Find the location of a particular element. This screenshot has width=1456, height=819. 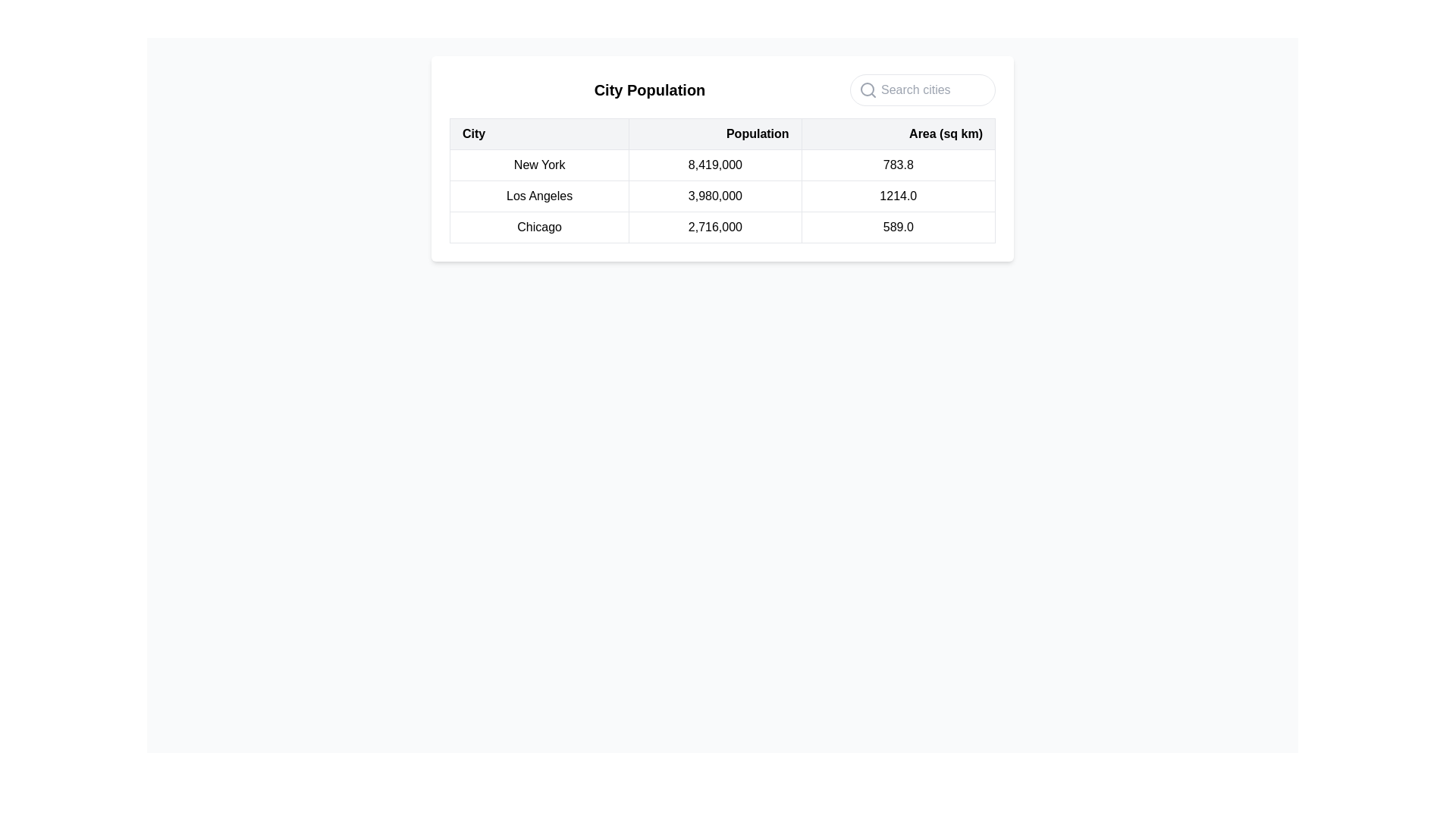

the row containing the text 'Chicago' in the city information table to view details is located at coordinates (539, 227).